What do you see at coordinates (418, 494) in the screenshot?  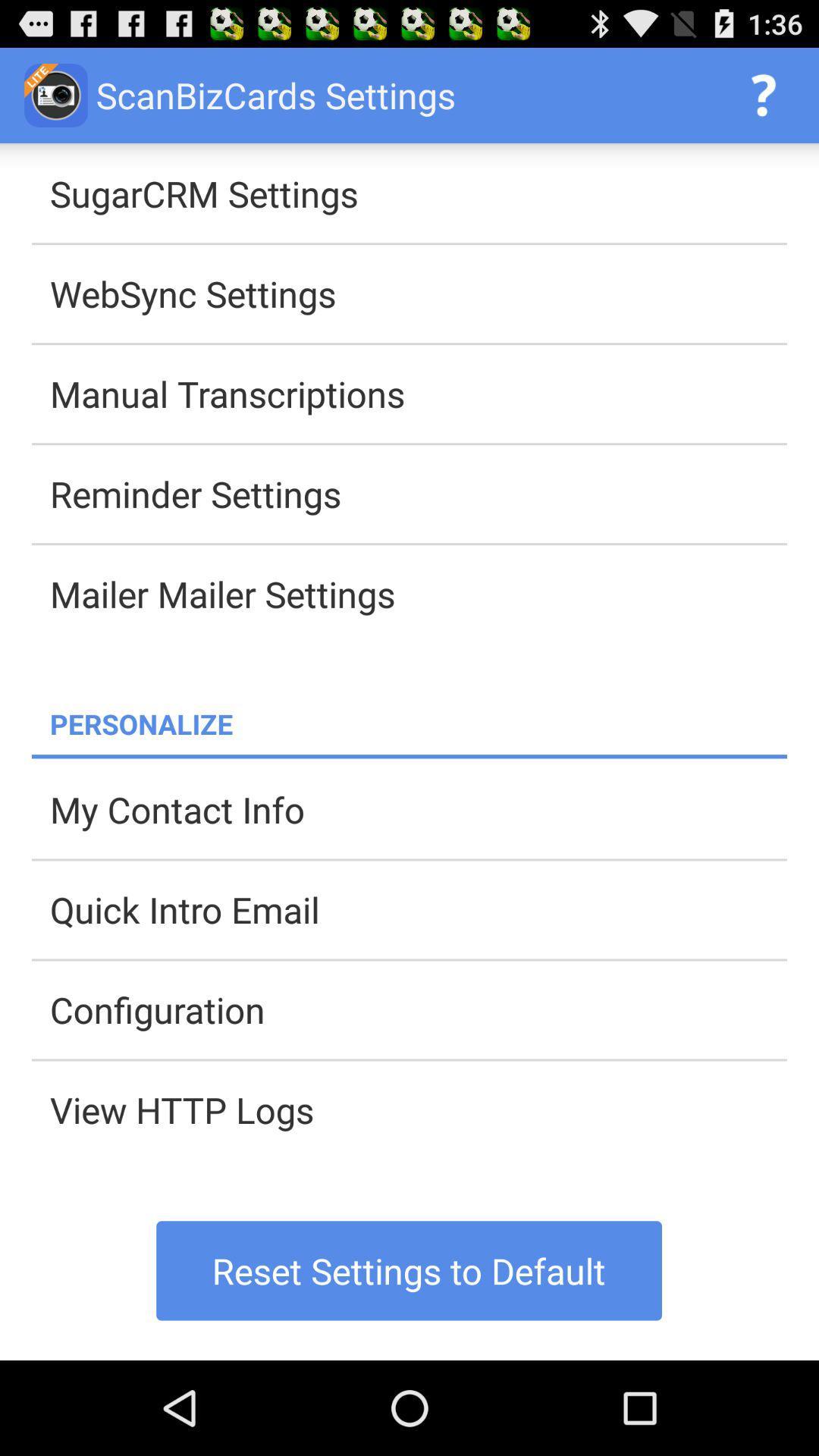 I see `item below manual transcriptions` at bounding box center [418, 494].